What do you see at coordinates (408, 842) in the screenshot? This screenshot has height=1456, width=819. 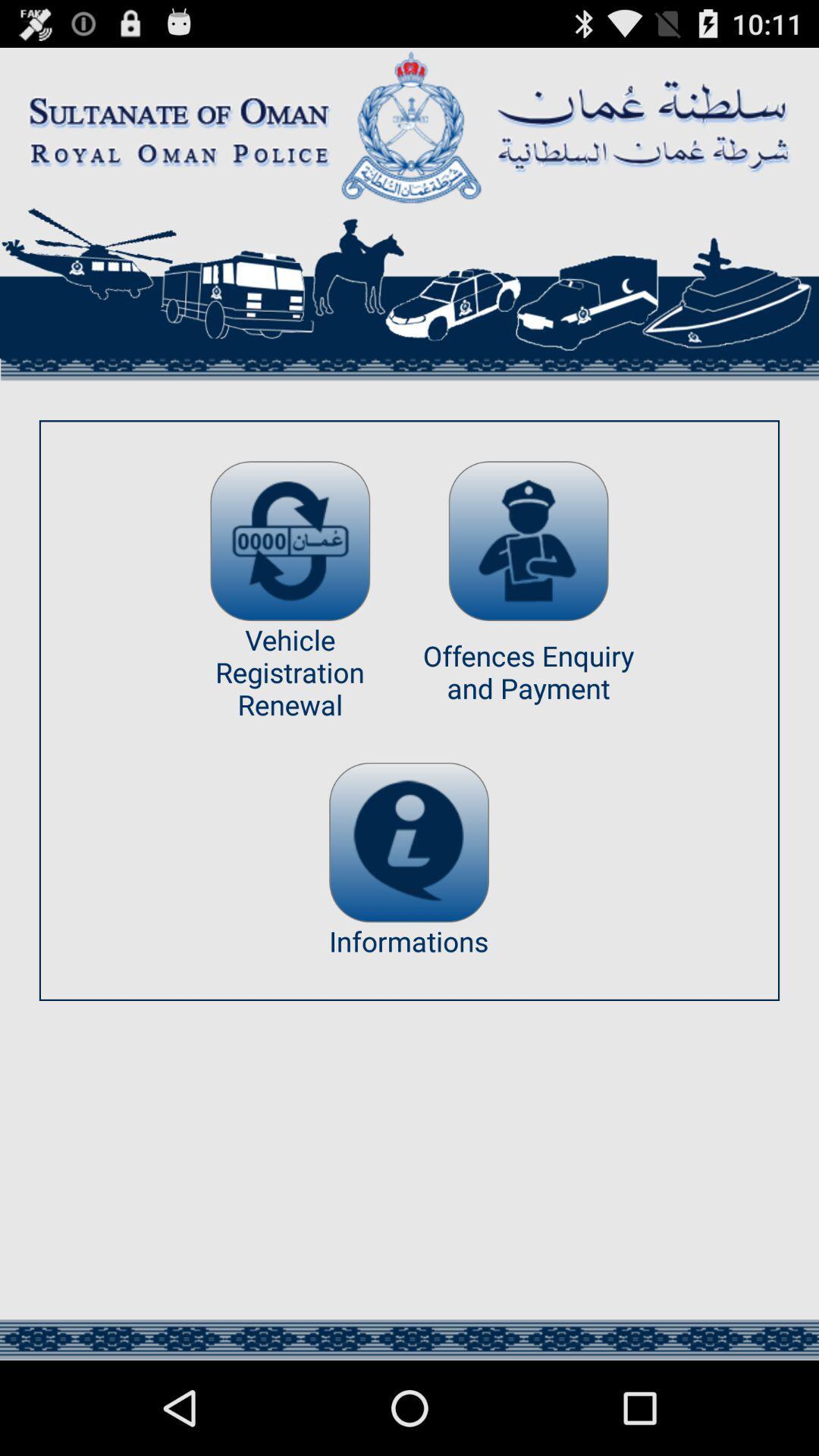 I see `more information` at bounding box center [408, 842].